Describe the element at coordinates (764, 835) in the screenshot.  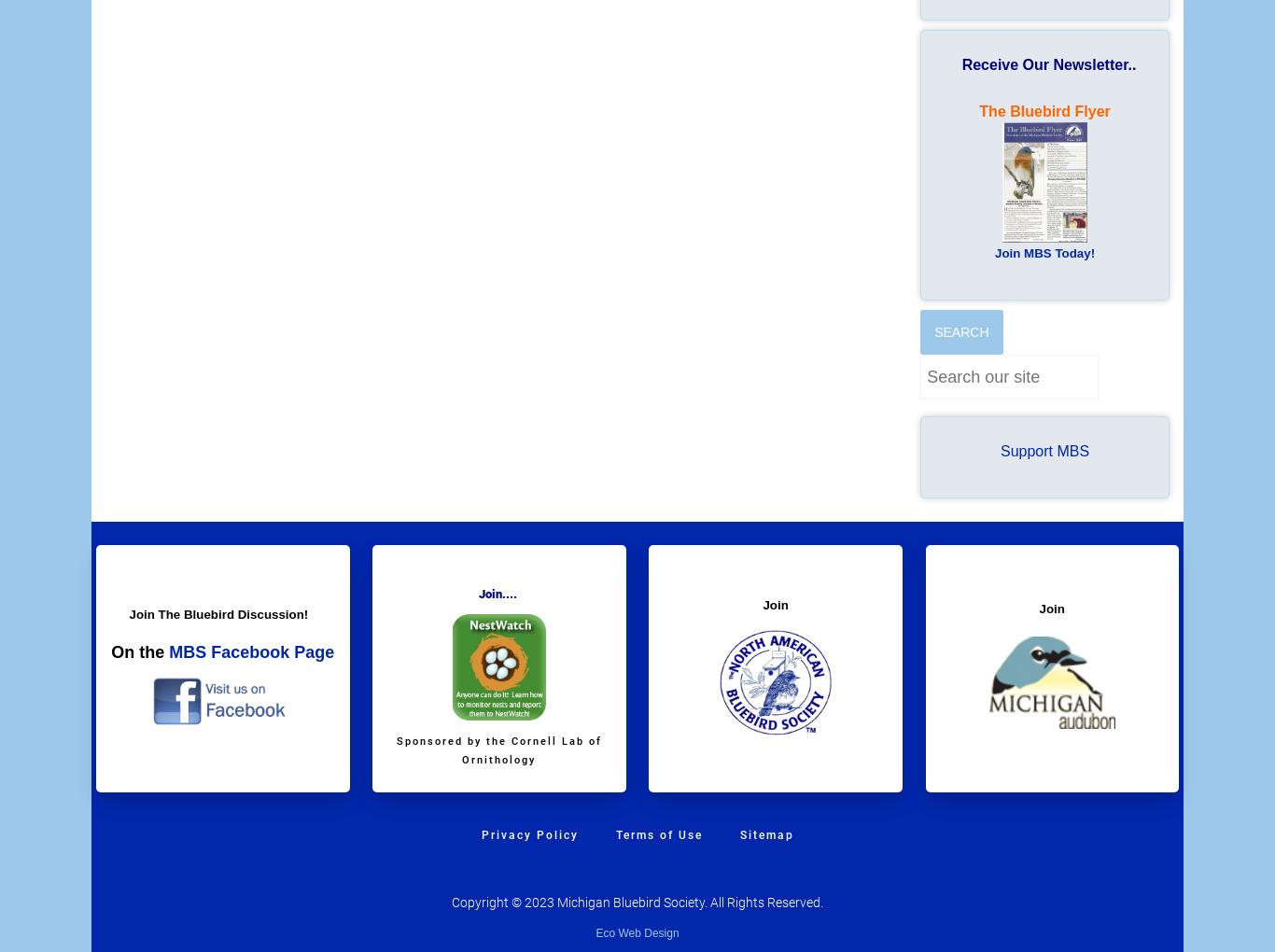
I see `'Sitemap'` at that location.